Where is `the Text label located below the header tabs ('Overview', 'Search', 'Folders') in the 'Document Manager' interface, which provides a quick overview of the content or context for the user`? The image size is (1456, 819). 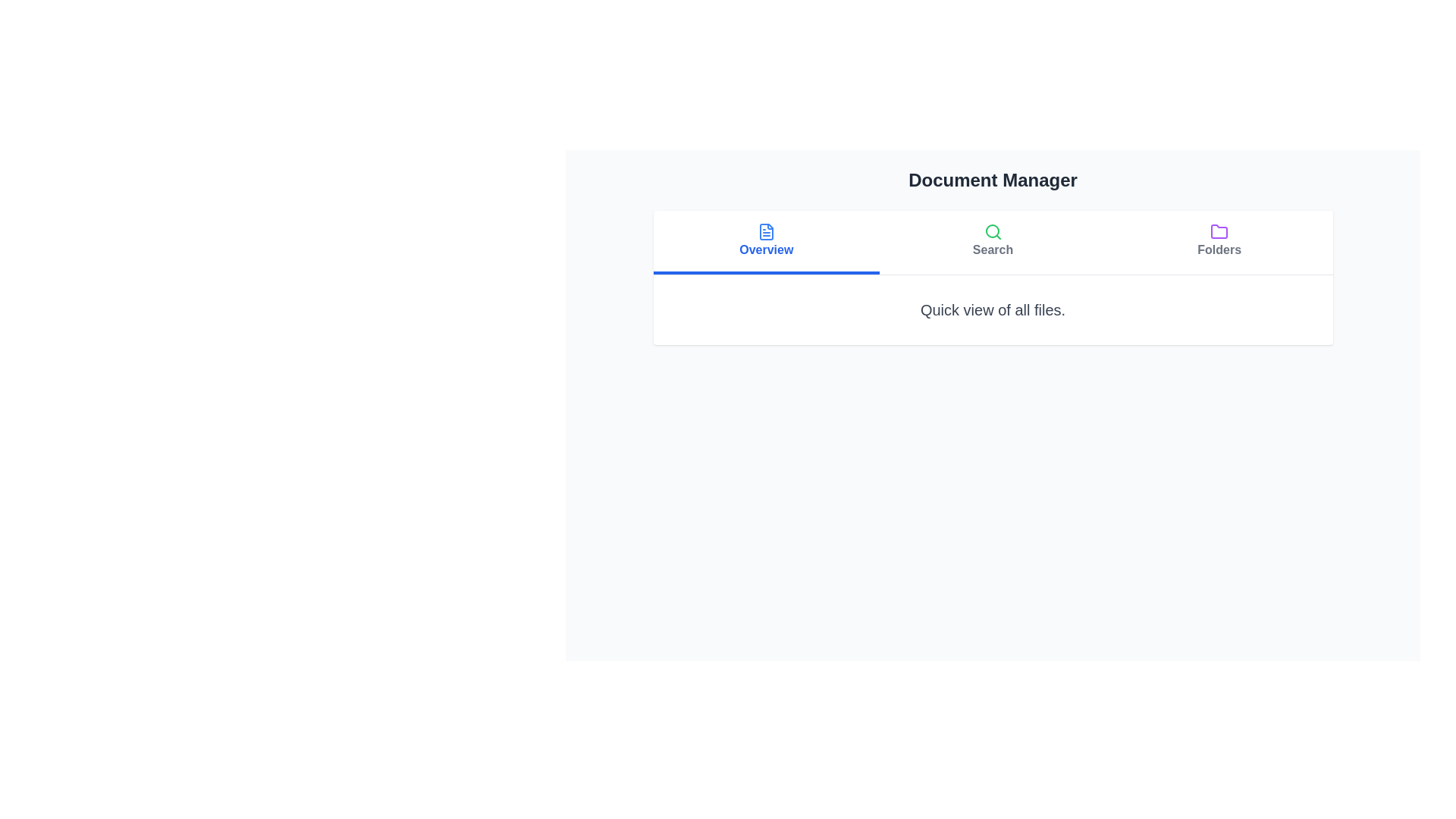 the Text label located below the header tabs ('Overview', 'Search', 'Folders') in the 'Document Manager' interface, which provides a quick overview of the content or context for the user is located at coordinates (993, 309).